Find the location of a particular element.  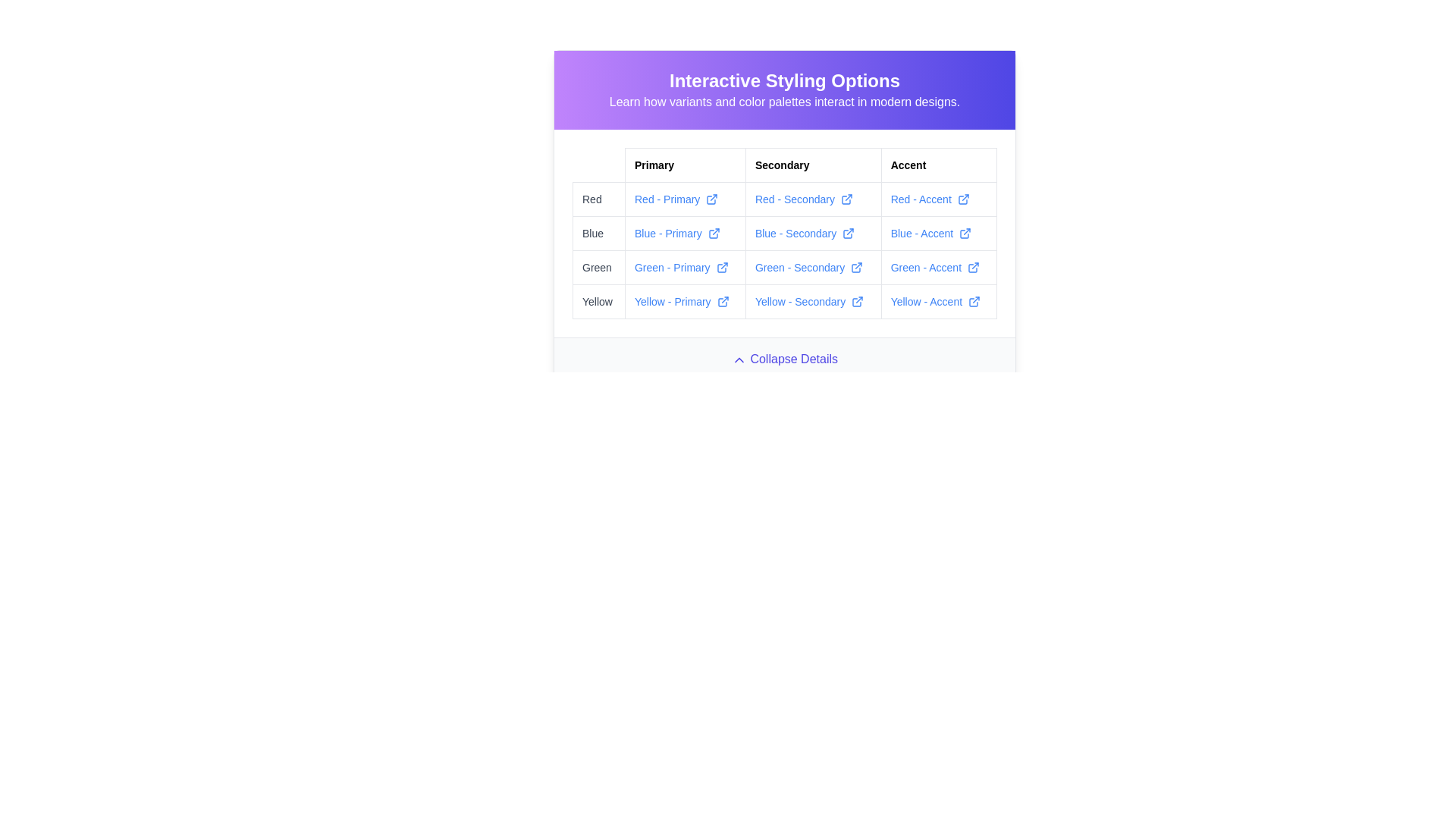

the hyperlink displaying 'Green - Secondary', which is styled as a link with a blue color and an underline when hovered over, located in the third row and second column of the grid is located at coordinates (785, 267).